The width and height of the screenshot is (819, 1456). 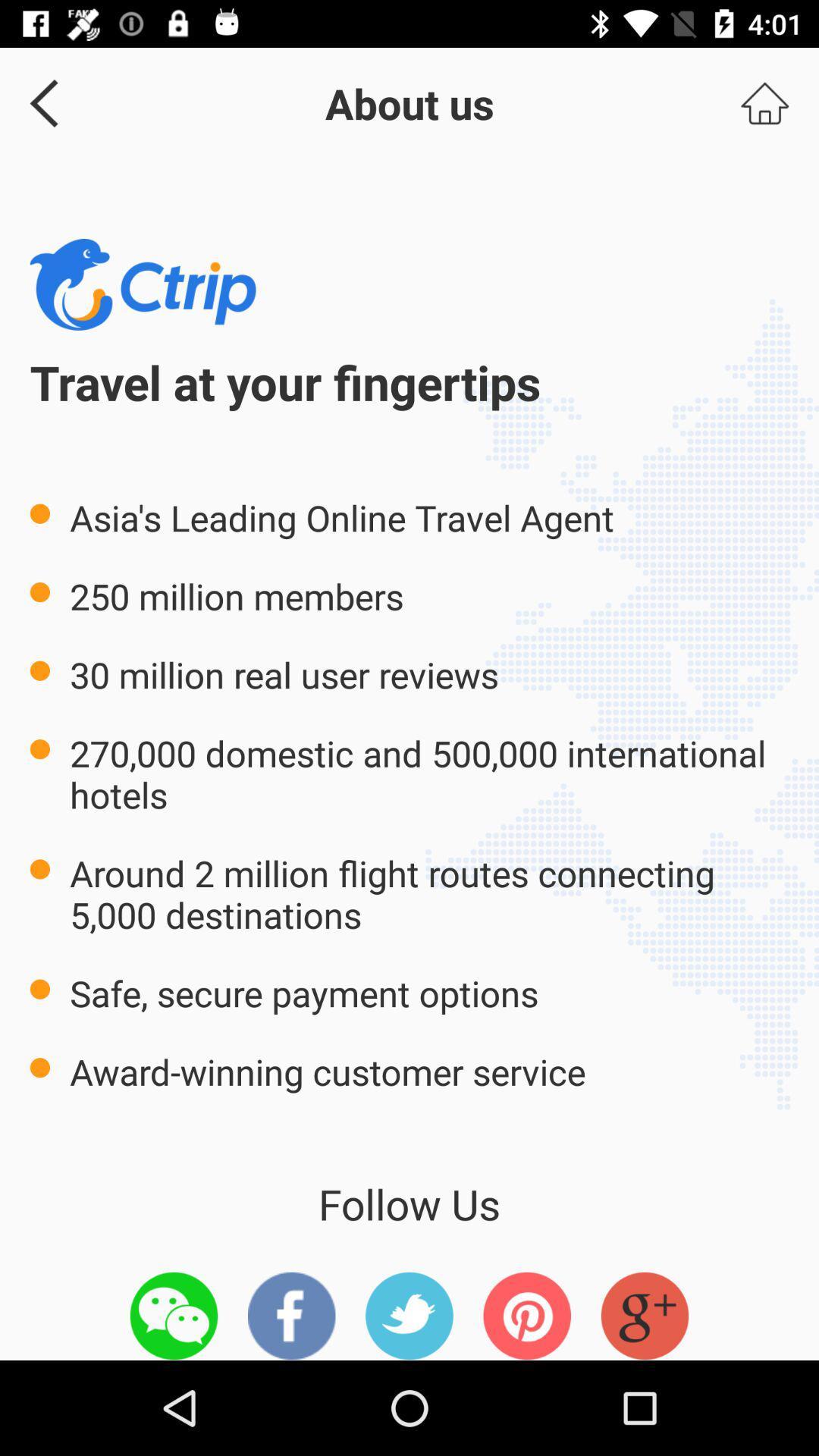 What do you see at coordinates (173, 1315) in the screenshot?
I see `this option we chat` at bounding box center [173, 1315].